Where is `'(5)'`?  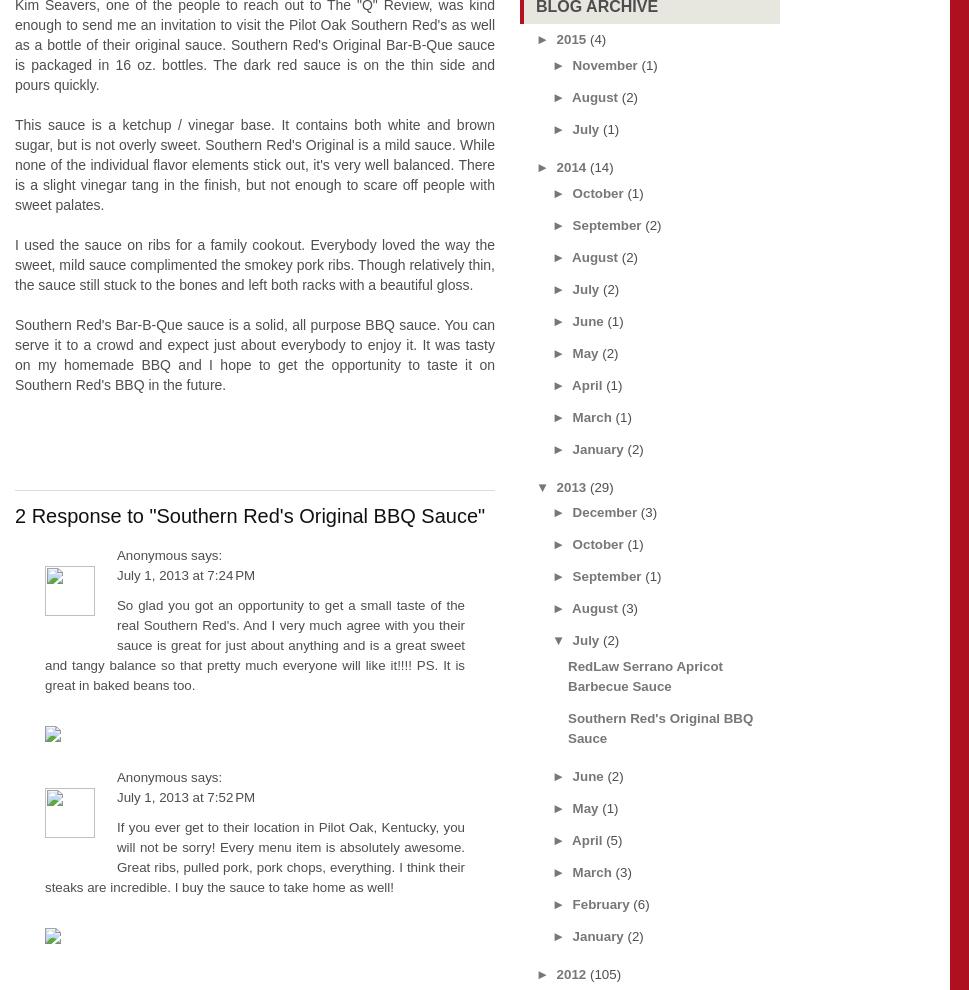 '(5)' is located at coordinates (612, 839).